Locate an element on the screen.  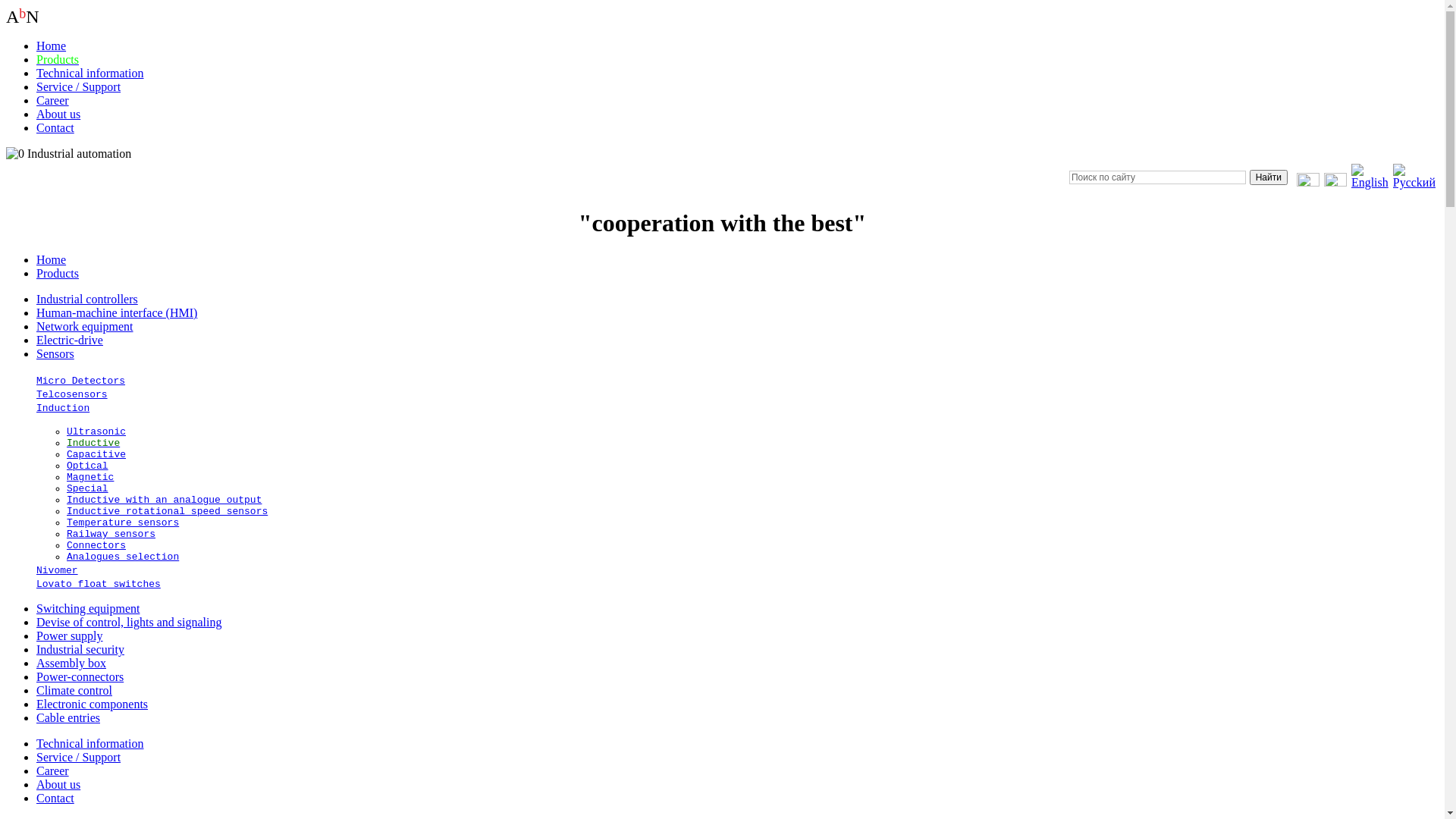
'Analogues selection' is located at coordinates (65, 557).